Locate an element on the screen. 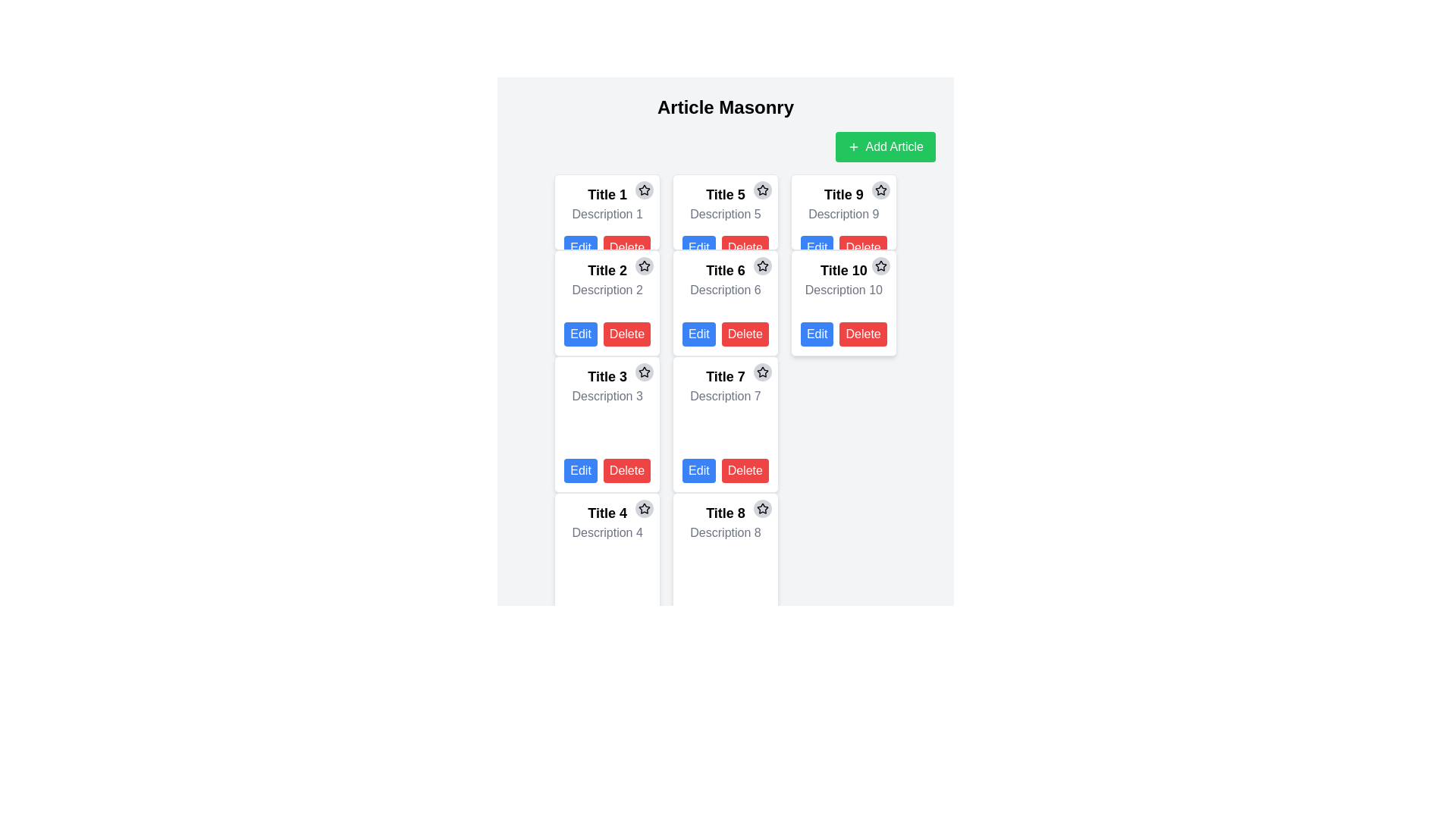 The height and width of the screenshot is (819, 1456). text of the bold and large font label 'Title 2' located at the top center of the card in the second column of the masonry layout is located at coordinates (607, 270).